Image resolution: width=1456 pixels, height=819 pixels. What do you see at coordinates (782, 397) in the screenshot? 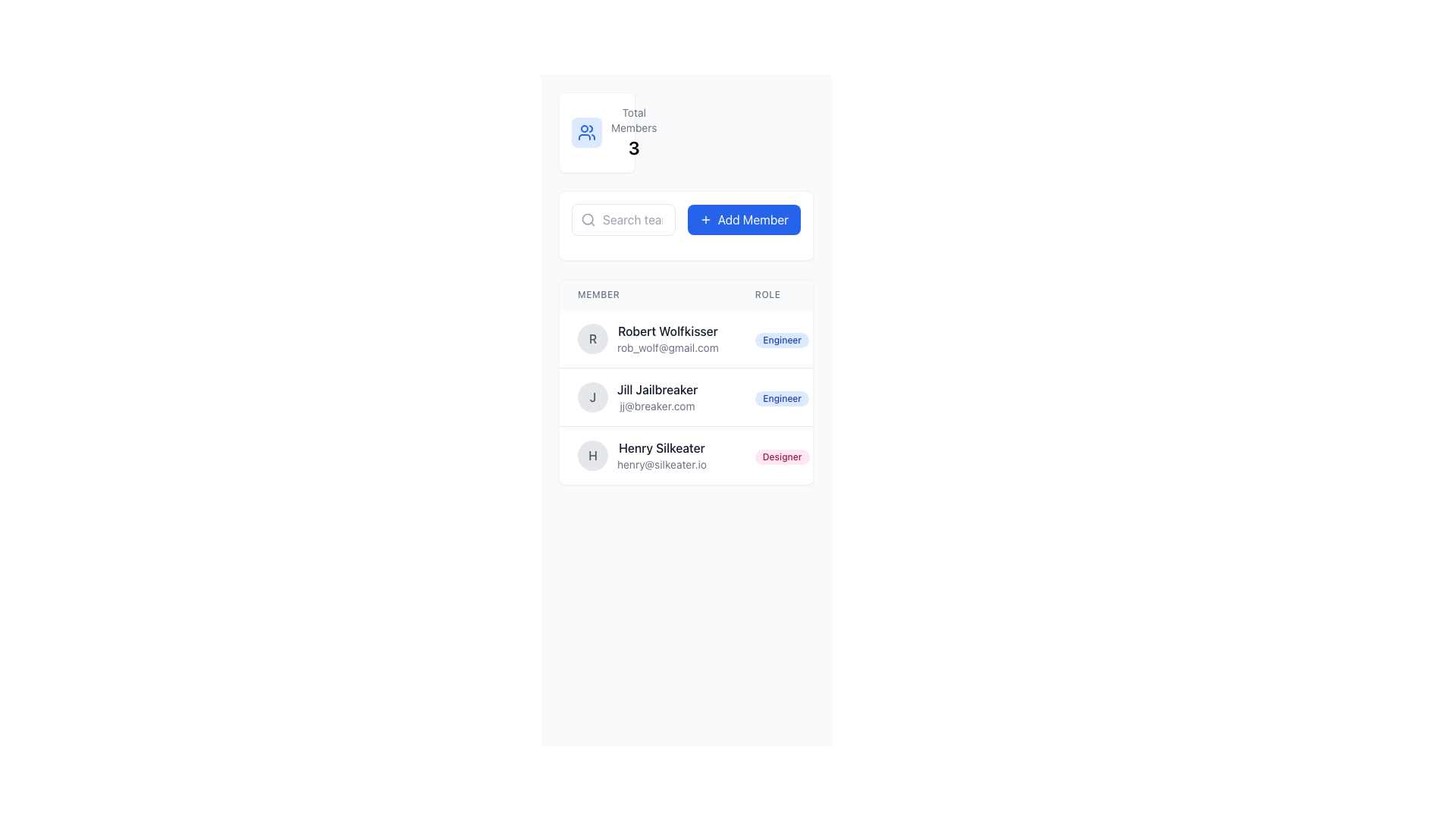
I see `the 'Role' label for 'Jill Jailbreaker' in the member list table, which indicates her position and is located to the right of her name and email` at bounding box center [782, 397].